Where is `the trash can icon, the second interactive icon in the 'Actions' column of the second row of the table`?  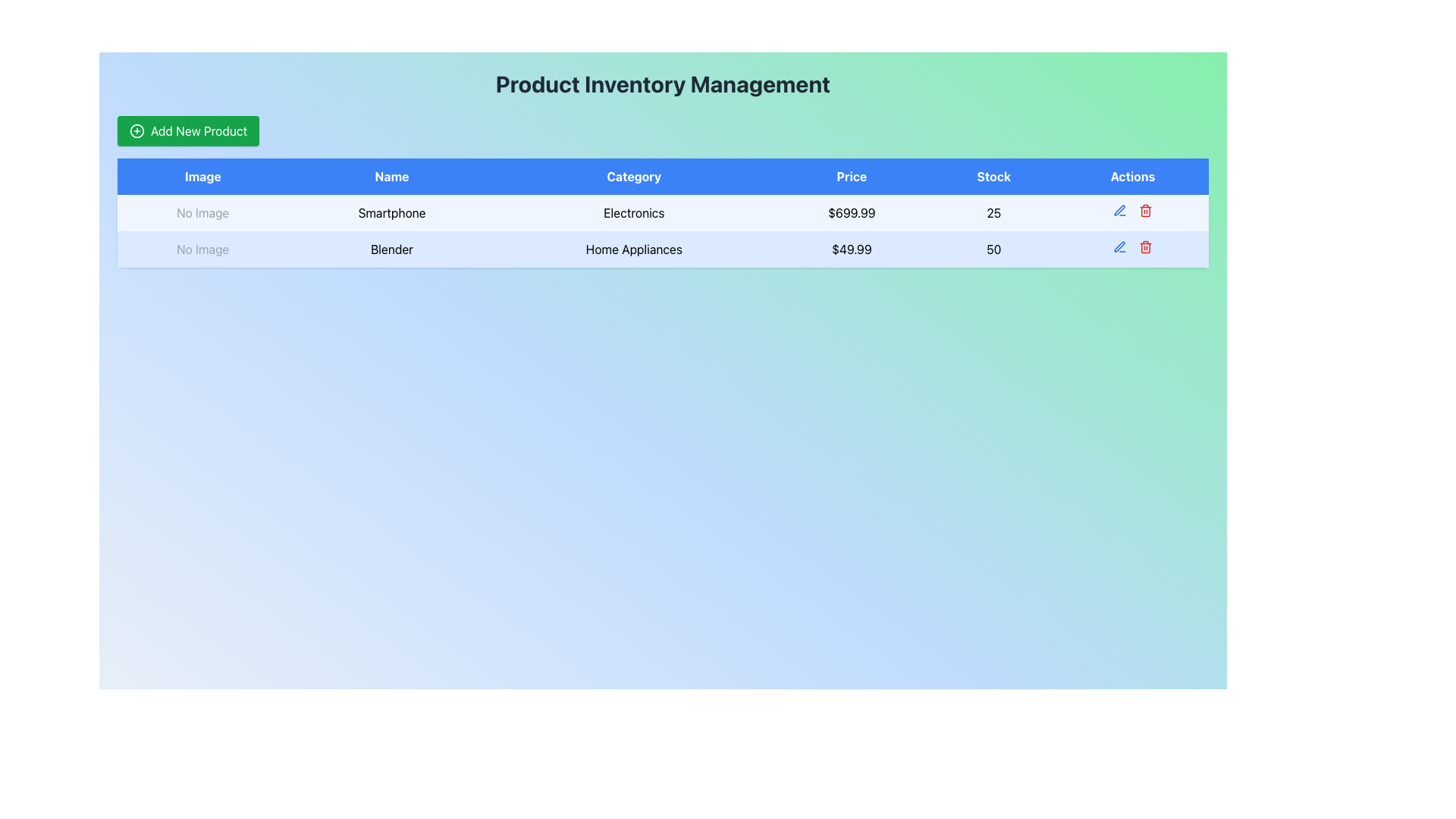
the trash can icon, the second interactive icon in the 'Actions' column of the second row of the table is located at coordinates (1145, 246).